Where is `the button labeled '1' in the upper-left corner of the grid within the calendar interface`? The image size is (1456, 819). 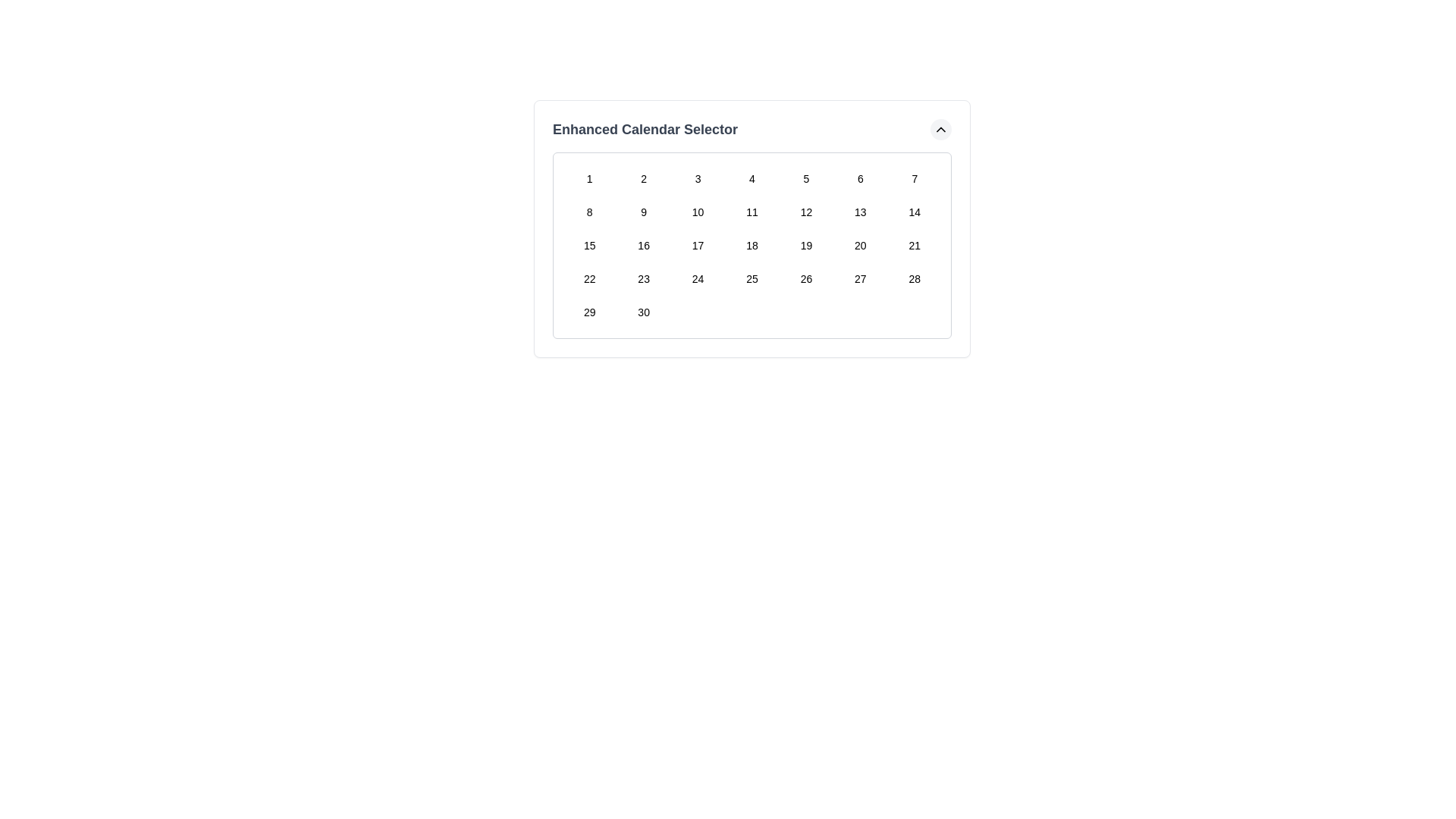
the button labeled '1' in the upper-left corner of the grid within the calendar interface is located at coordinates (588, 177).